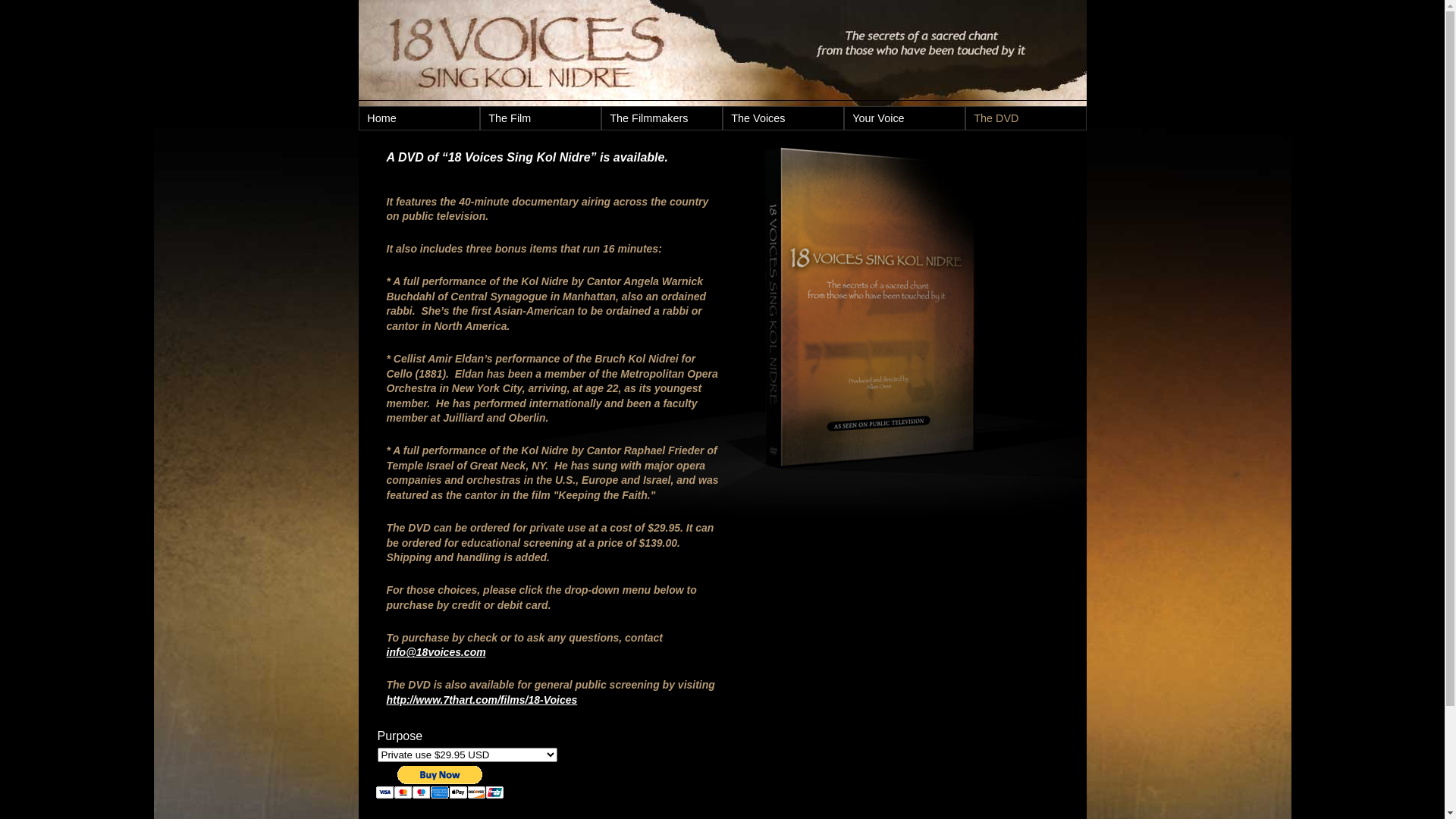  What do you see at coordinates (905, 117) in the screenshot?
I see `'Your Voice'` at bounding box center [905, 117].